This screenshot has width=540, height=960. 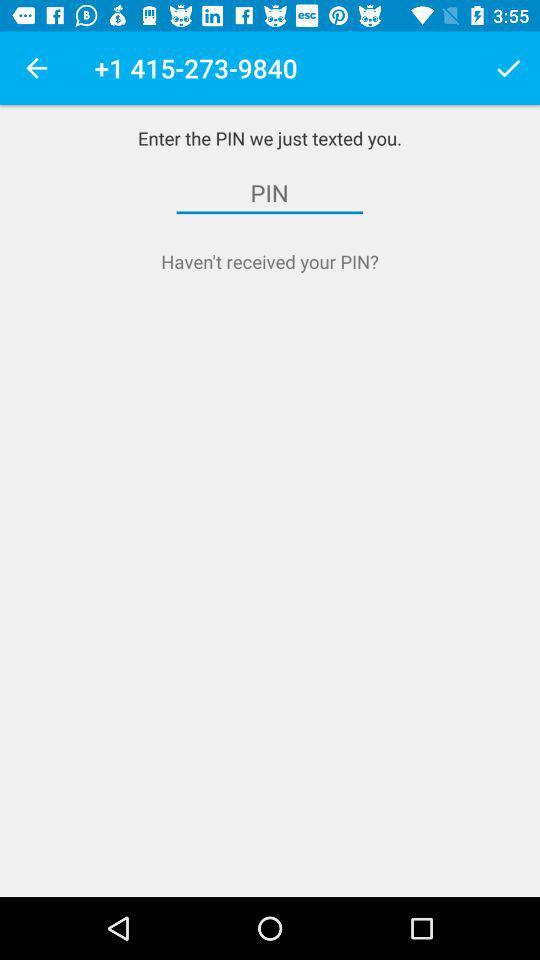 What do you see at coordinates (36, 68) in the screenshot?
I see `the item next to the 1 415 273` at bounding box center [36, 68].